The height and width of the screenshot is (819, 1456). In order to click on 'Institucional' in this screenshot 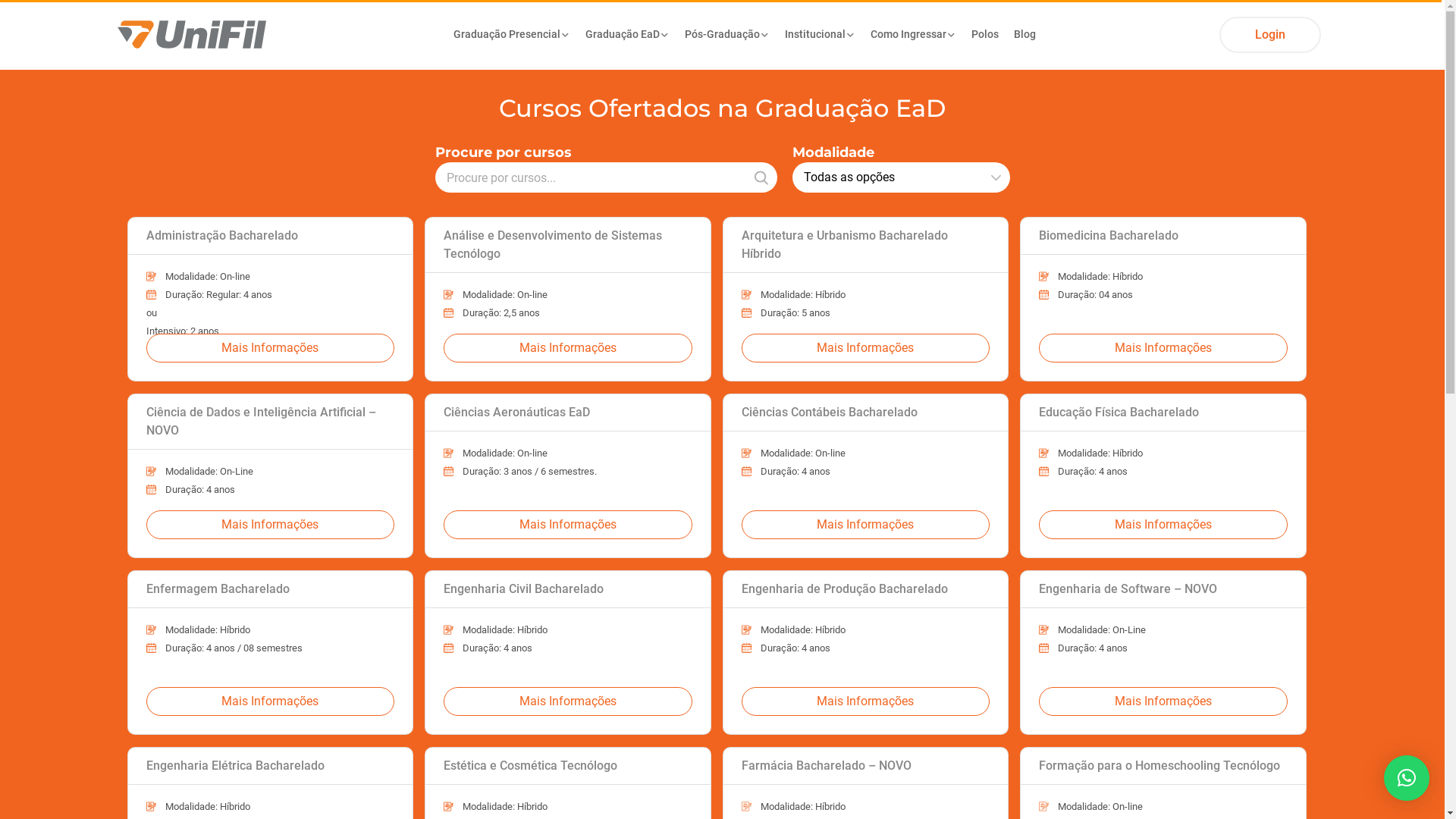, I will do `click(785, 34)`.